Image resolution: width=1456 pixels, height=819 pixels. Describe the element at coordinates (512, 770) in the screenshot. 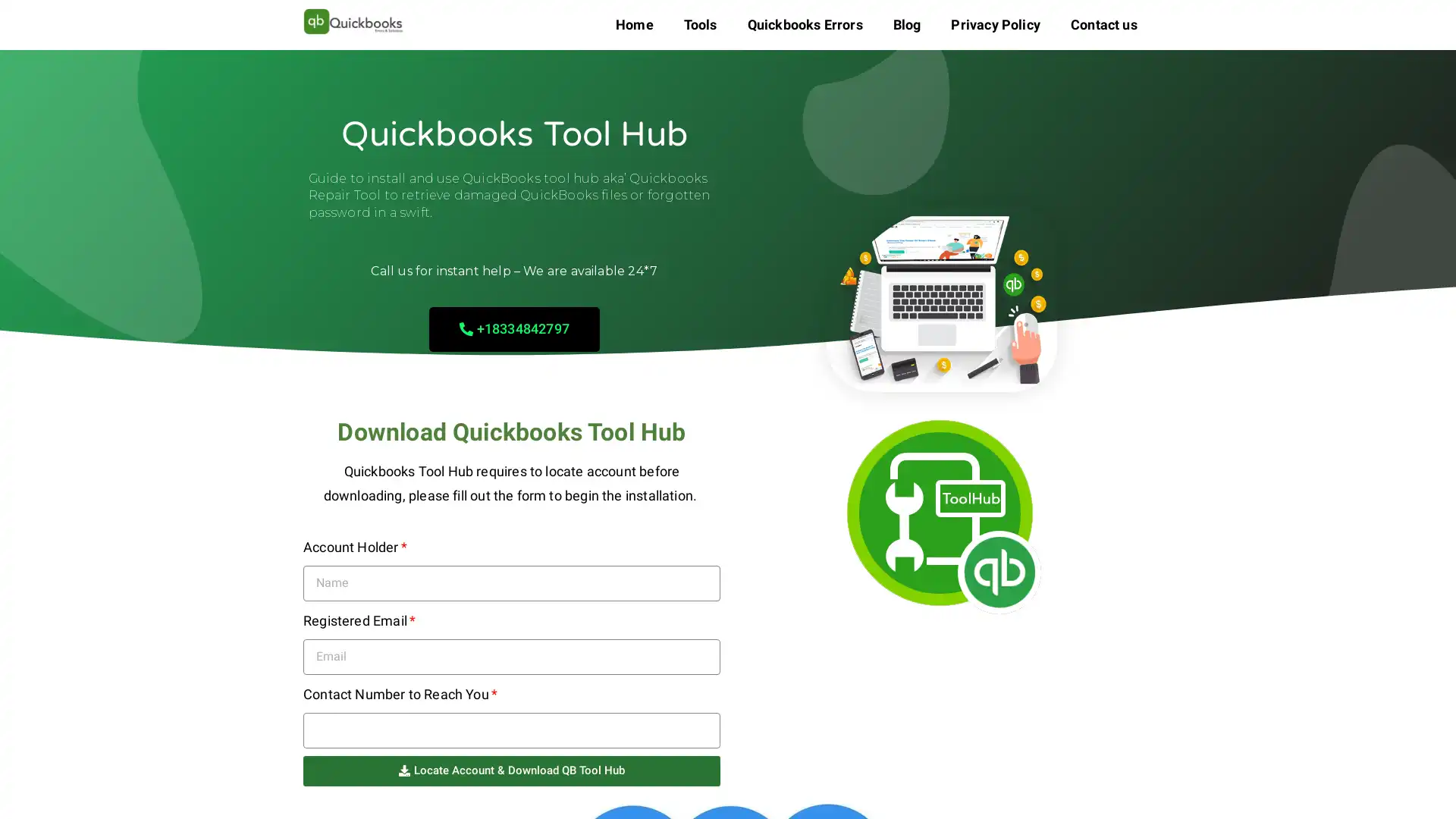

I see `Locate Account & Download QB Tool Hub` at that location.